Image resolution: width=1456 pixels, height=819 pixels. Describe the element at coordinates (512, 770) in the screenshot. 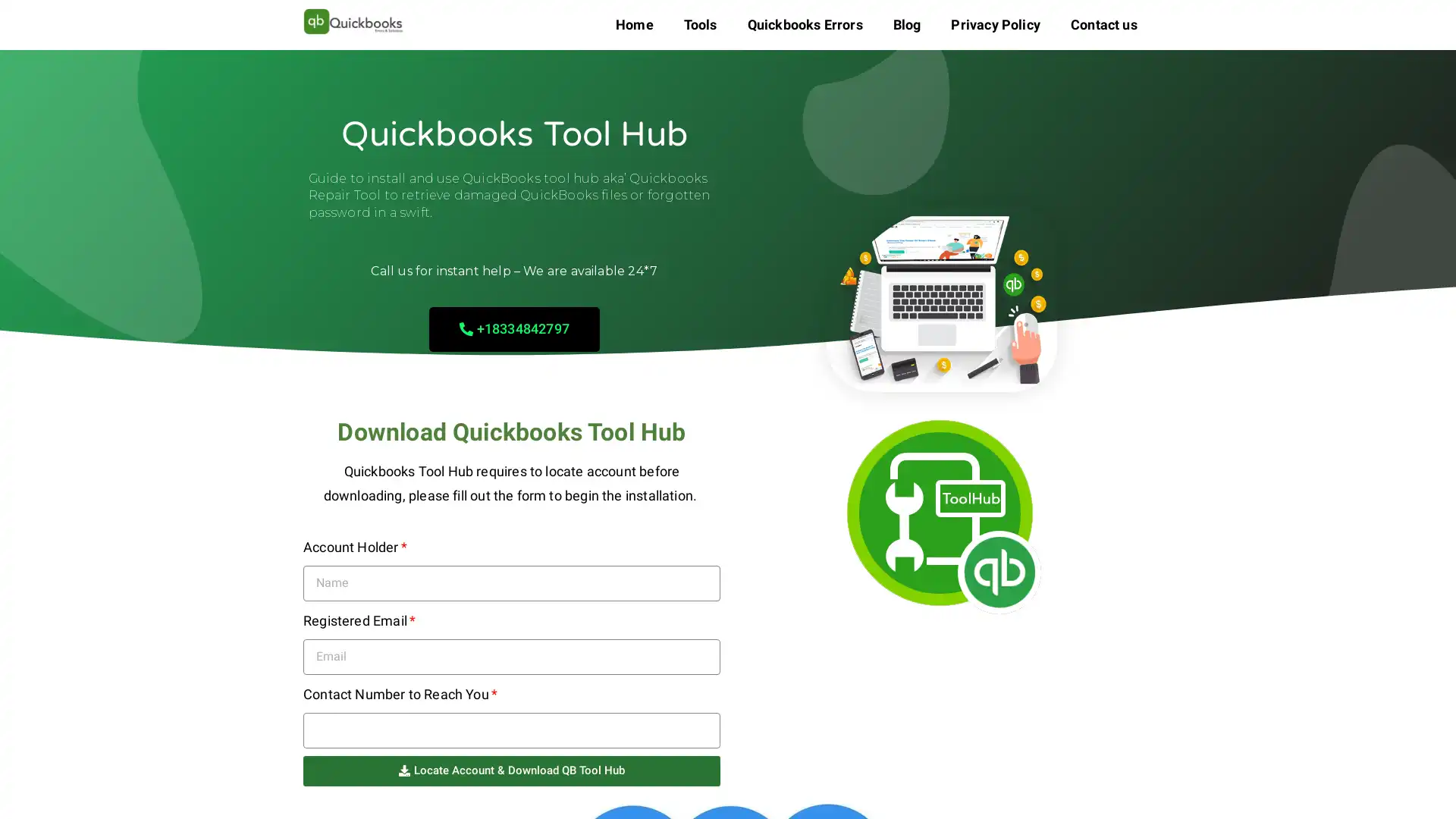

I see `Locate Account & Download QB Tool Hub` at that location.